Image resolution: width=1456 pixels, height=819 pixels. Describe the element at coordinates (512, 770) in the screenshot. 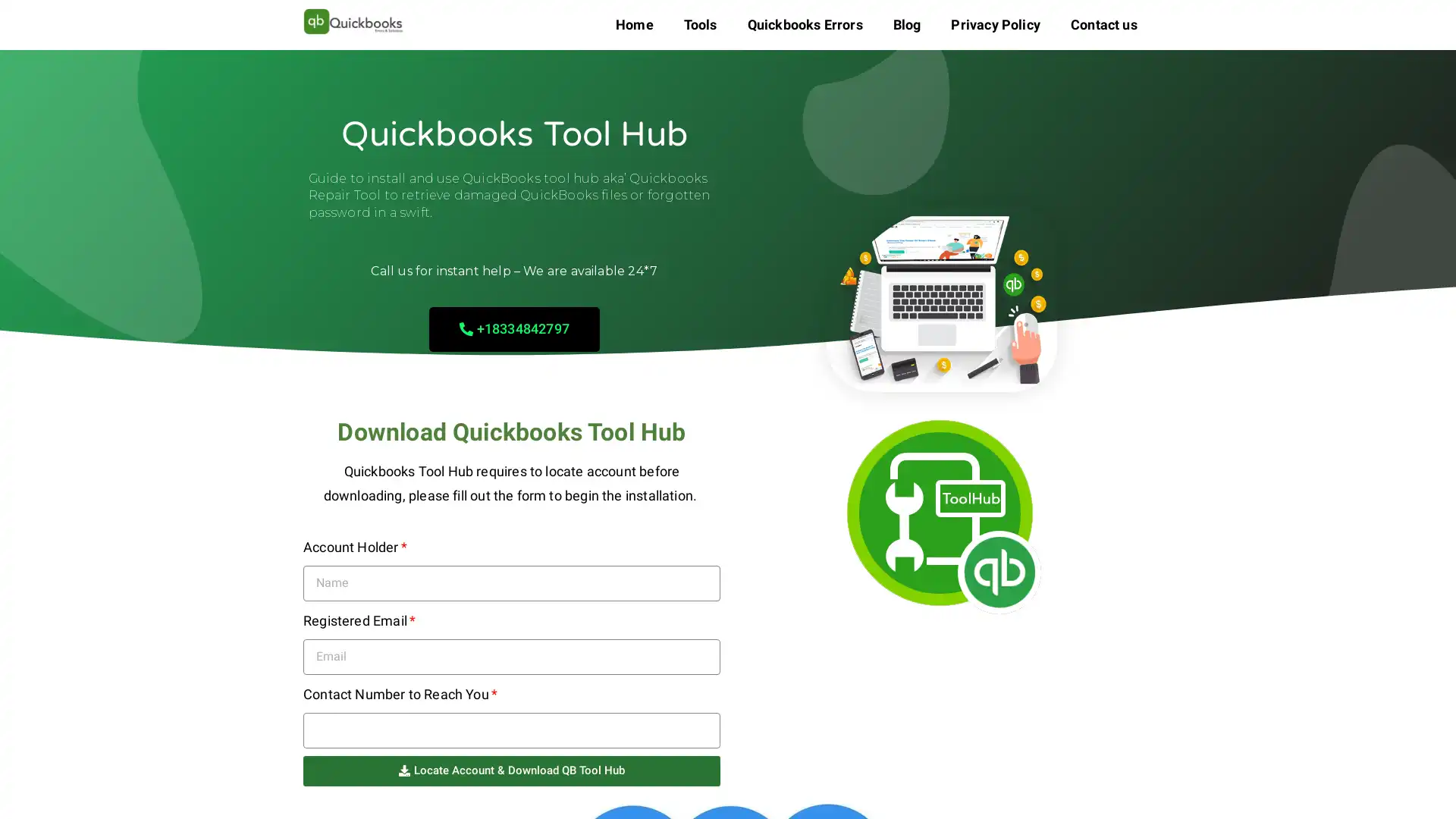

I see `Locate Account & Download QB Tool Hub` at that location.